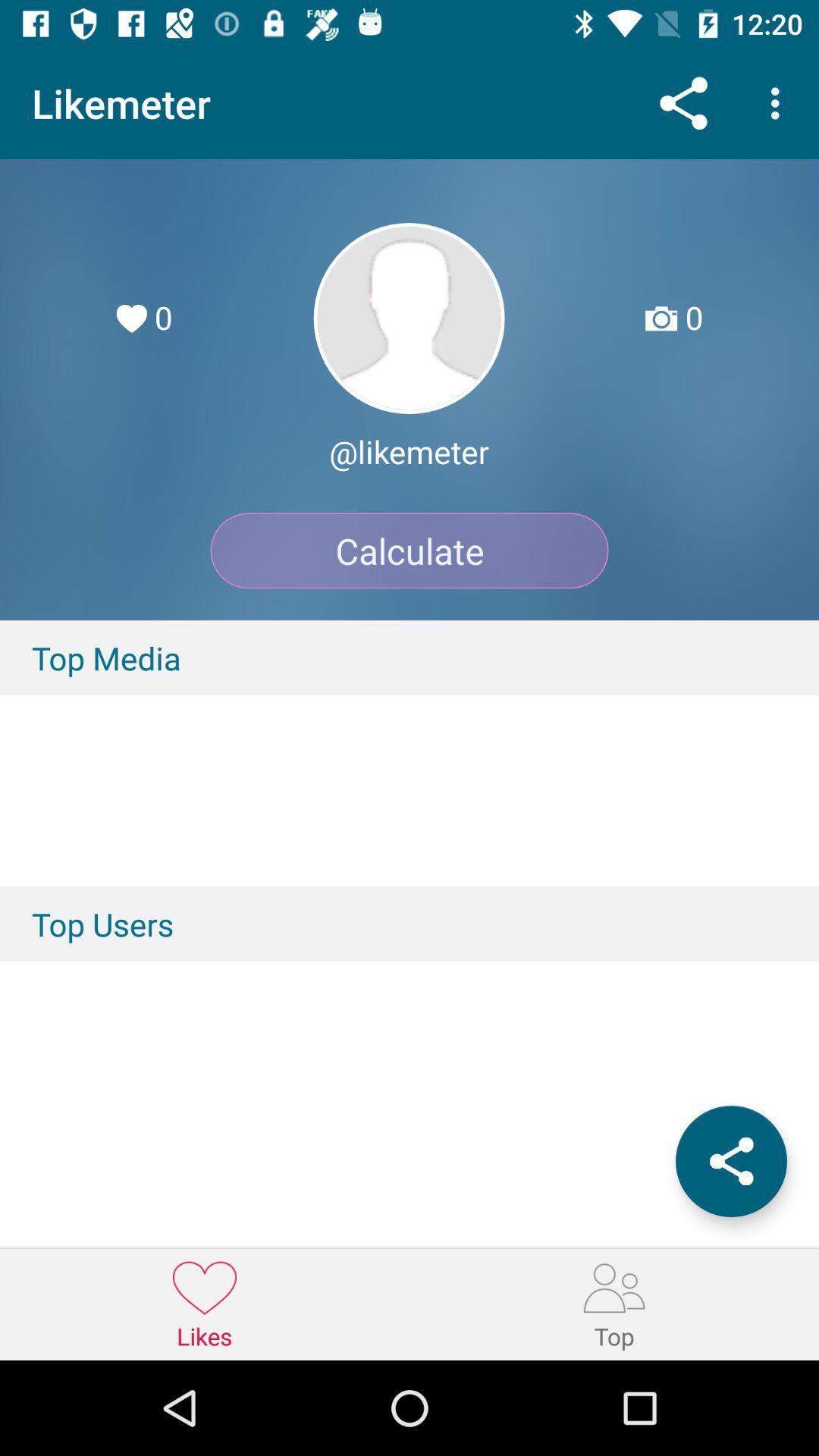  I want to click on the share icon, so click(730, 1160).